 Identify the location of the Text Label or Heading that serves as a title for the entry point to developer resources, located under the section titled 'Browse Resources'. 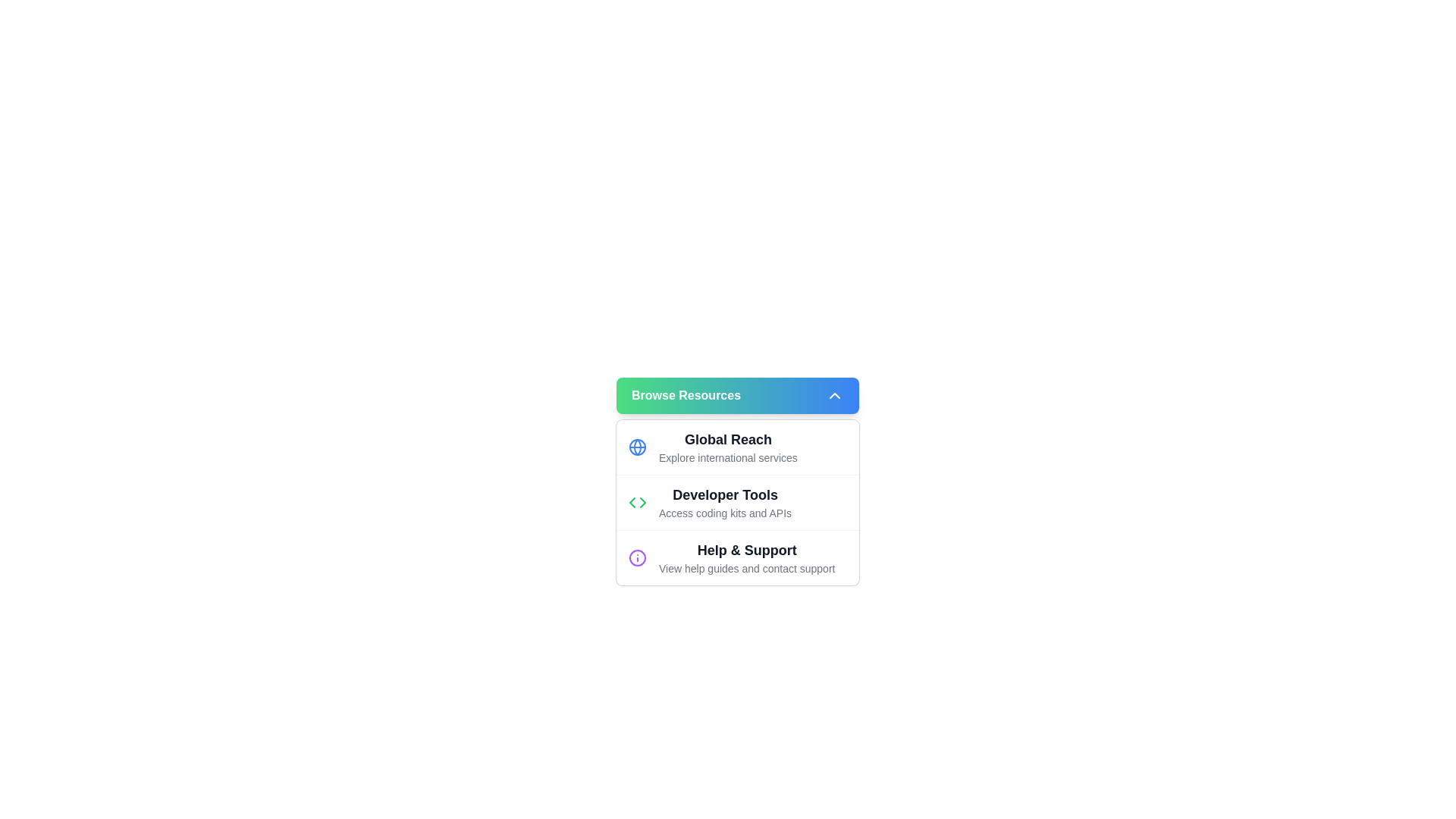
(724, 494).